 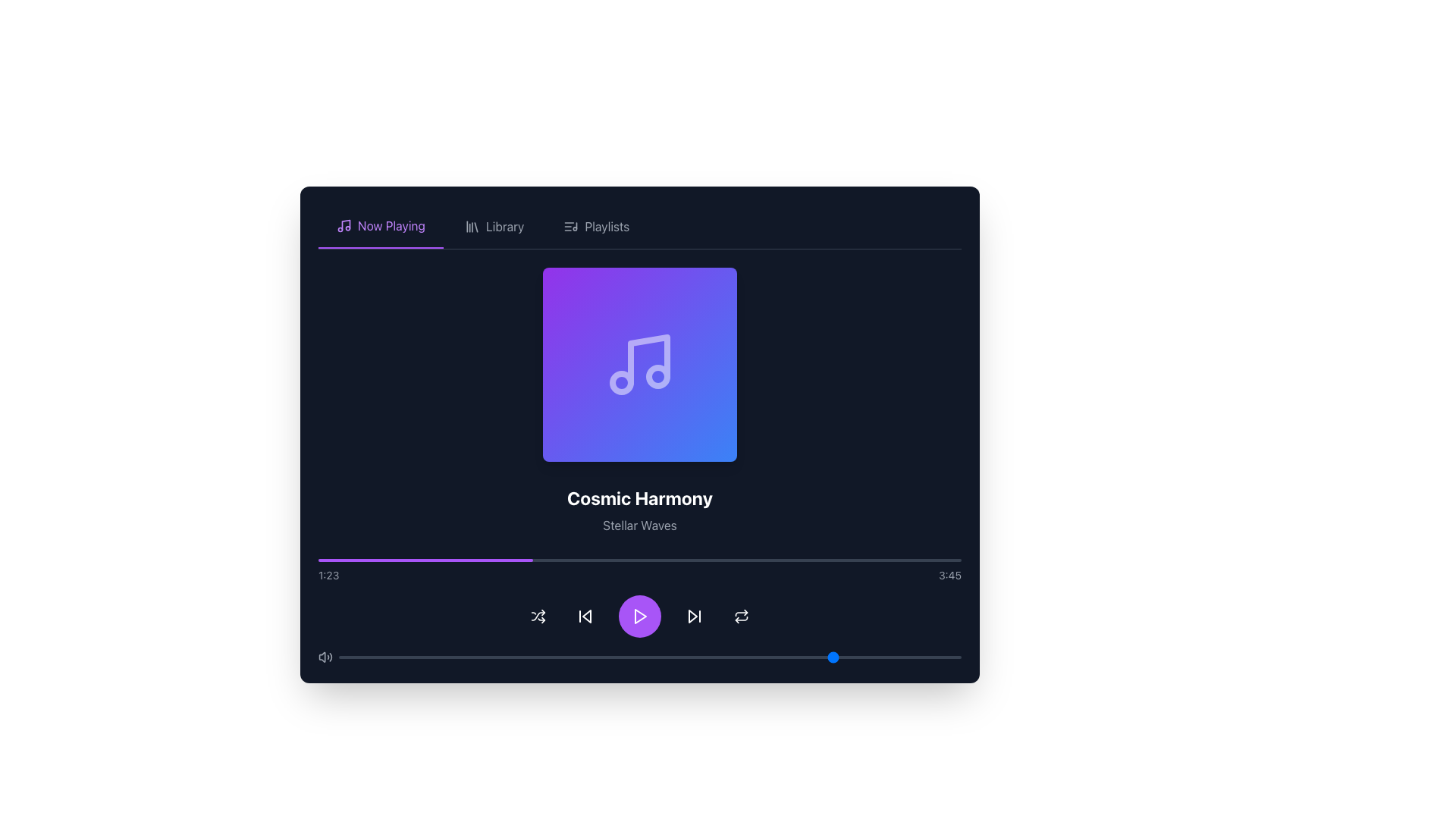 I want to click on the circular purple play button with a triangular icon located in the center of the control panel, so click(x=640, y=617).